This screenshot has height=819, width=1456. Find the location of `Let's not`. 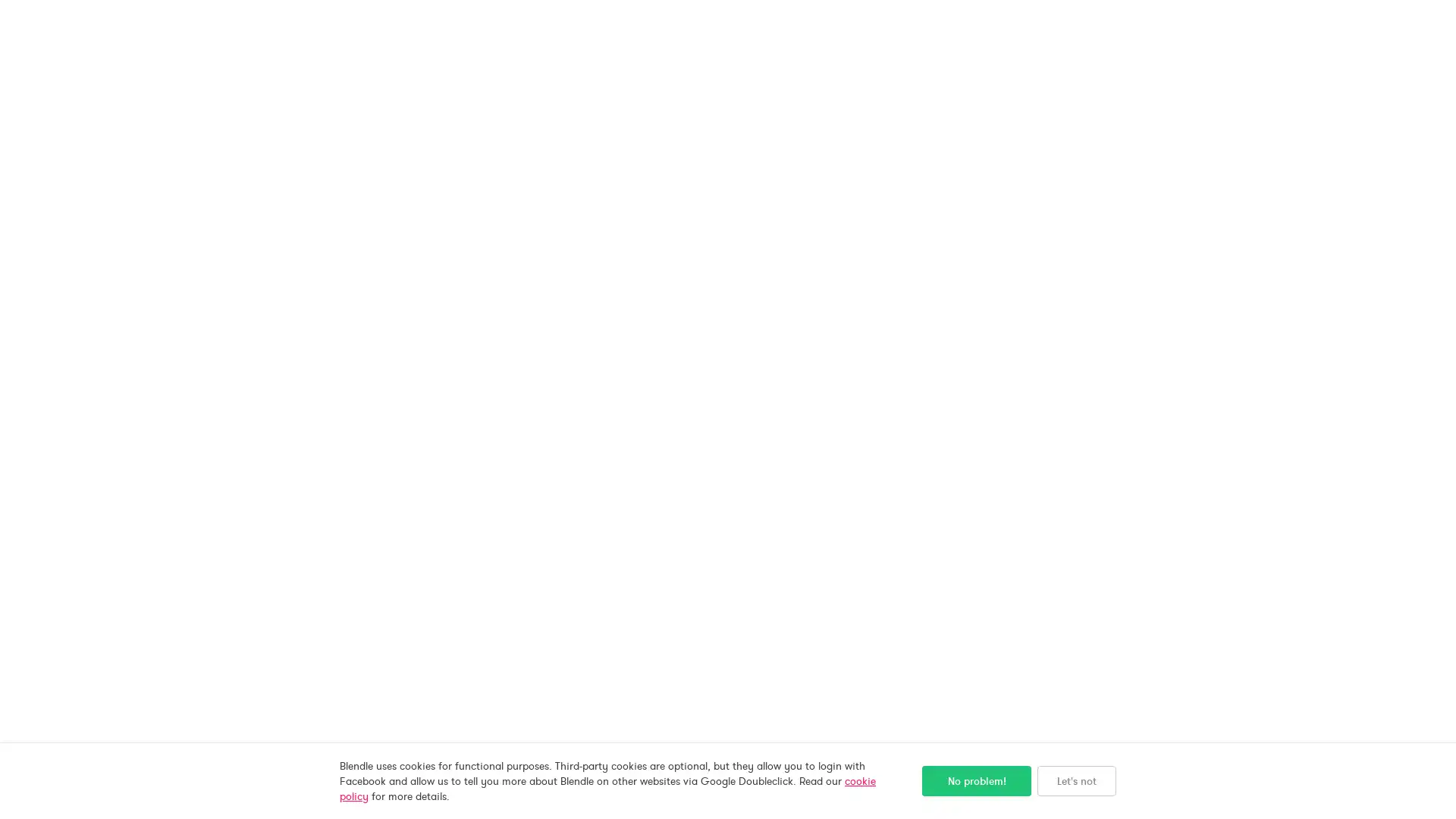

Let's not is located at coordinates (1076, 780).